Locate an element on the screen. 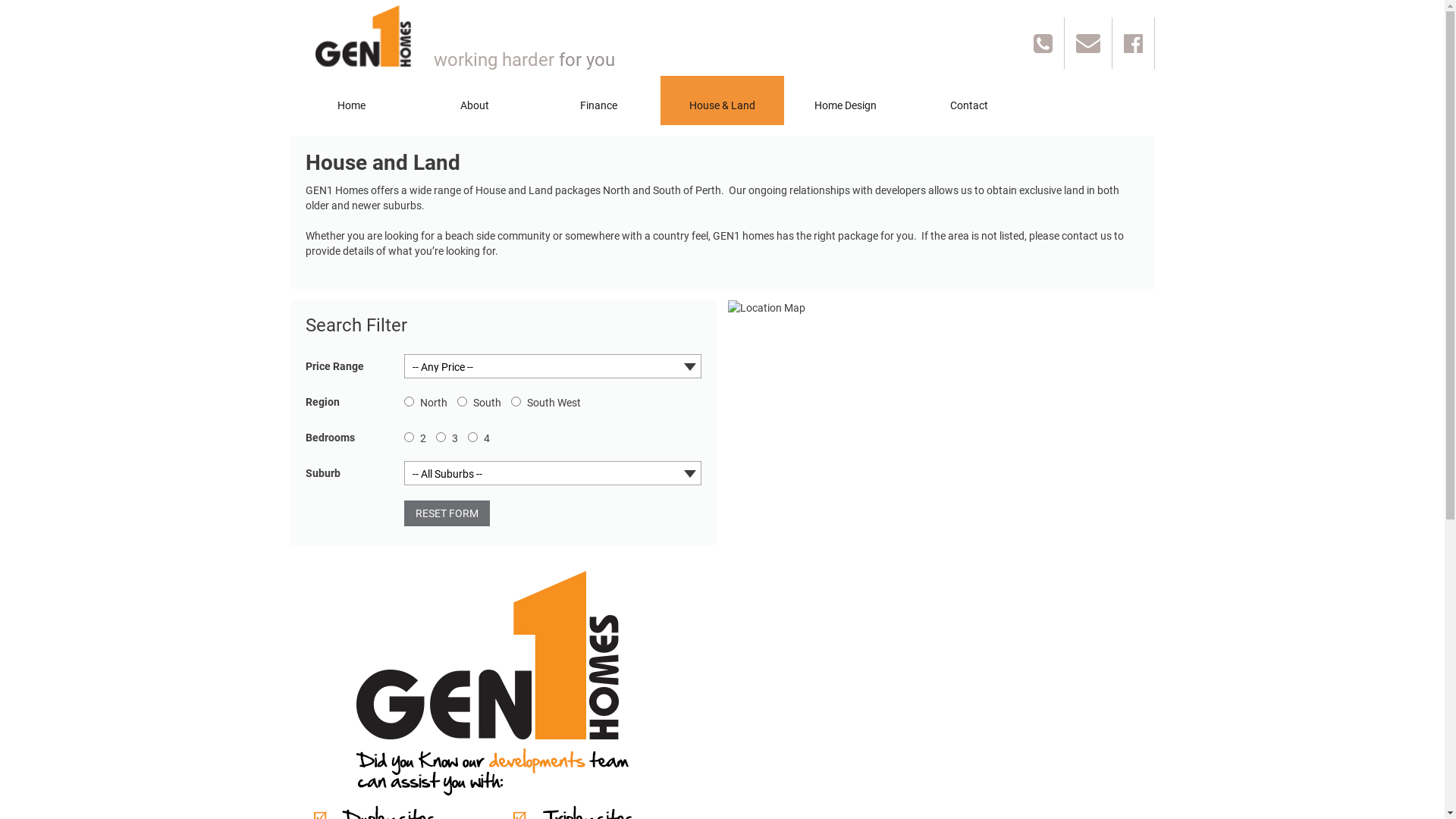 This screenshot has width=1456, height=819. 'Contact' is located at coordinates (968, 104).